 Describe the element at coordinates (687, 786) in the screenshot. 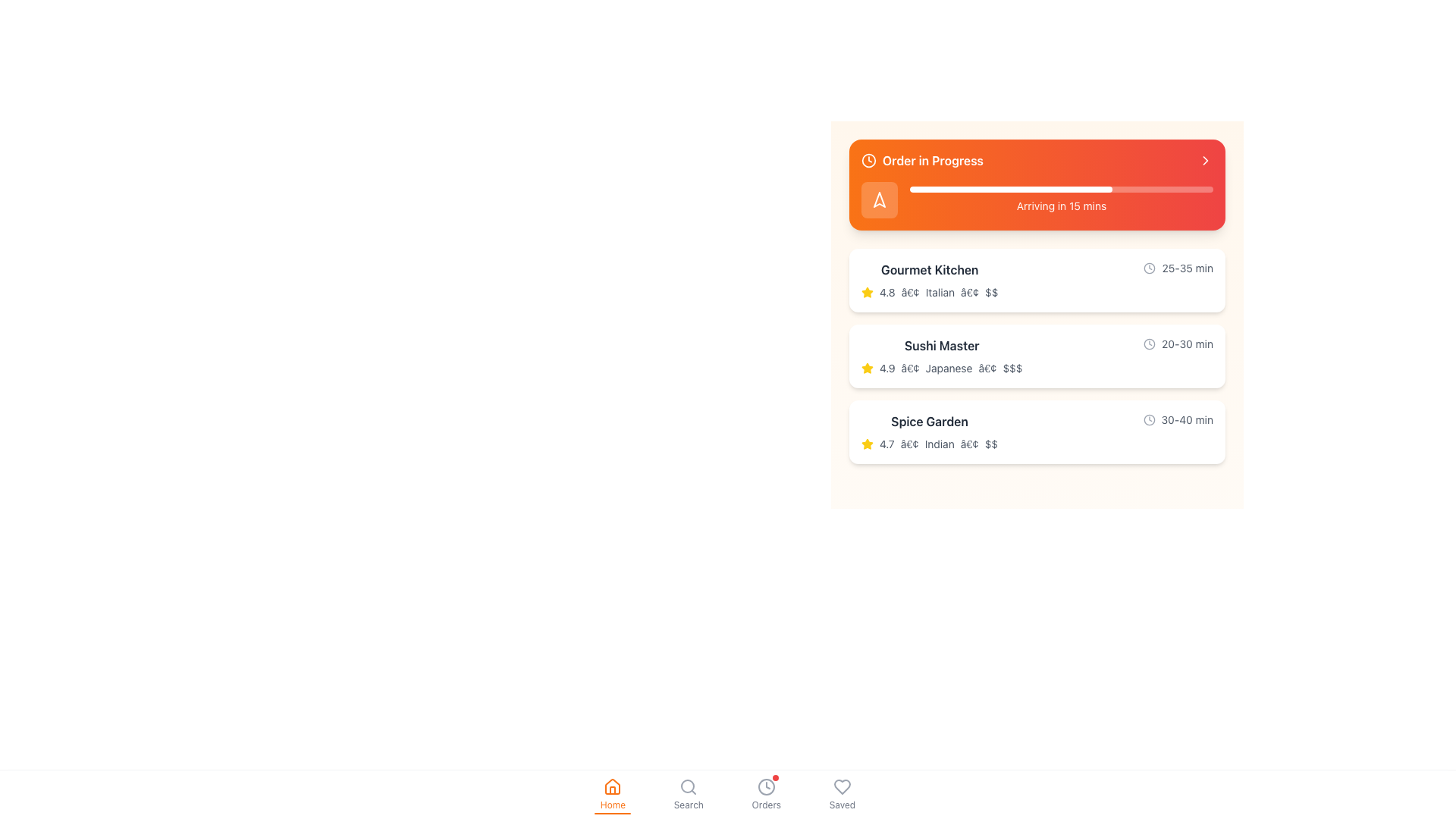

I see `the SVG circle shape representing the Search functionality in the bottom navigation bar to trigger hover styles` at that location.